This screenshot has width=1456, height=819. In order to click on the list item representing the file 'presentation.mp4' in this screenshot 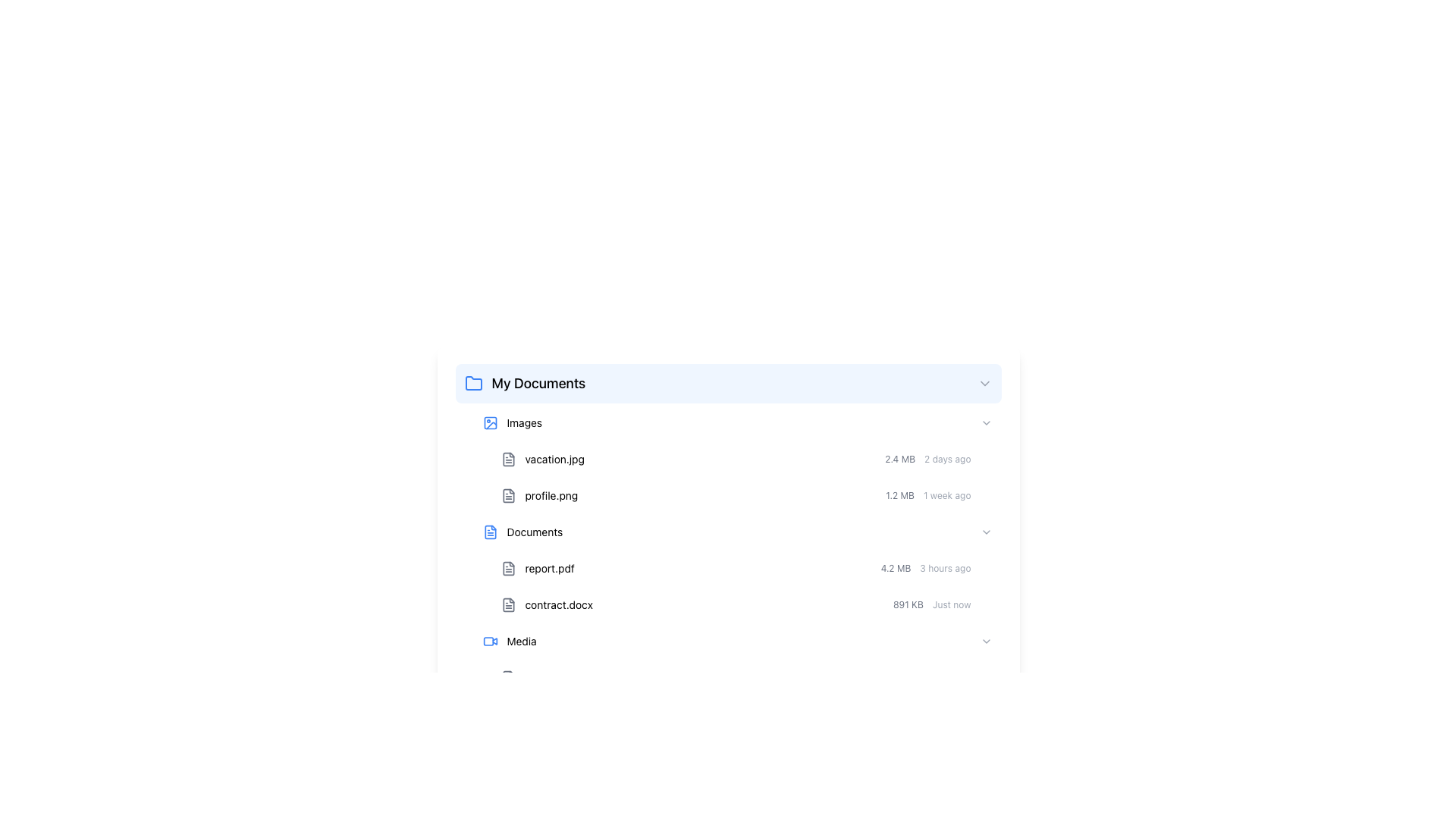, I will do `click(555, 677)`.